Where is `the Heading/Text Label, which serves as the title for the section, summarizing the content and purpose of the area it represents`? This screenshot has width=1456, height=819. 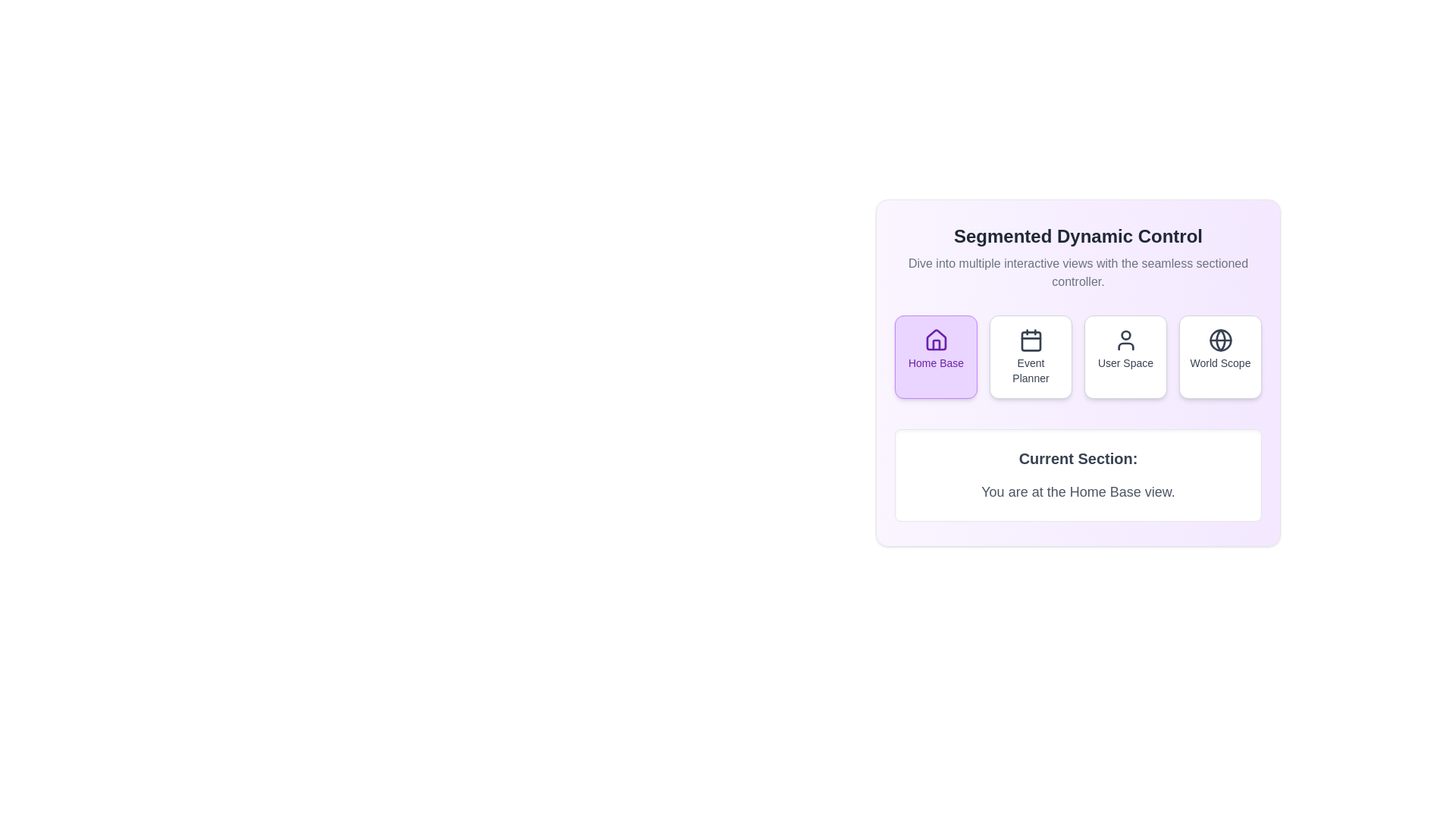
the Heading/Text Label, which serves as the title for the section, summarizing the content and purpose of the area it represents is located at coordinates (1077, 237).